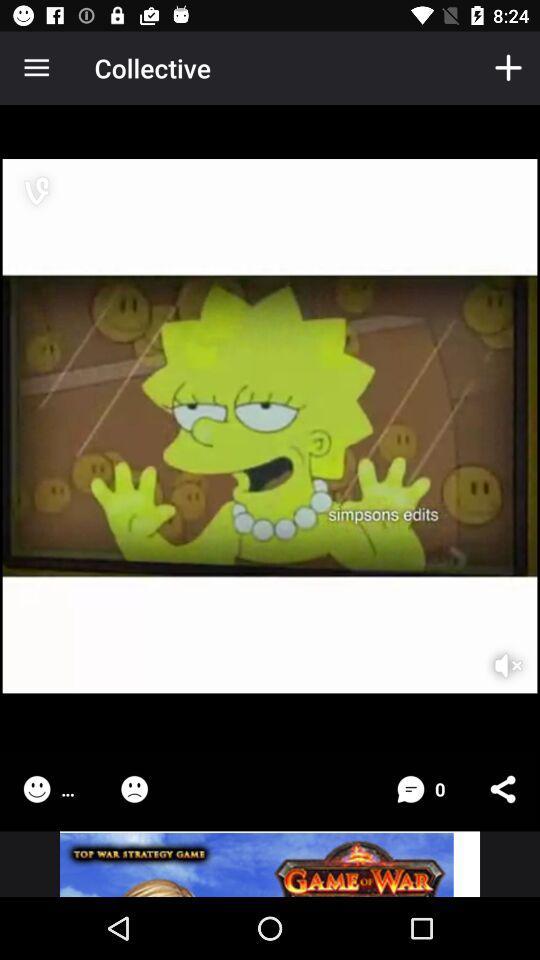 Image resolution: width=540 pixels, height=960 pixels. I want to click on mute sound, so click(494, 651).